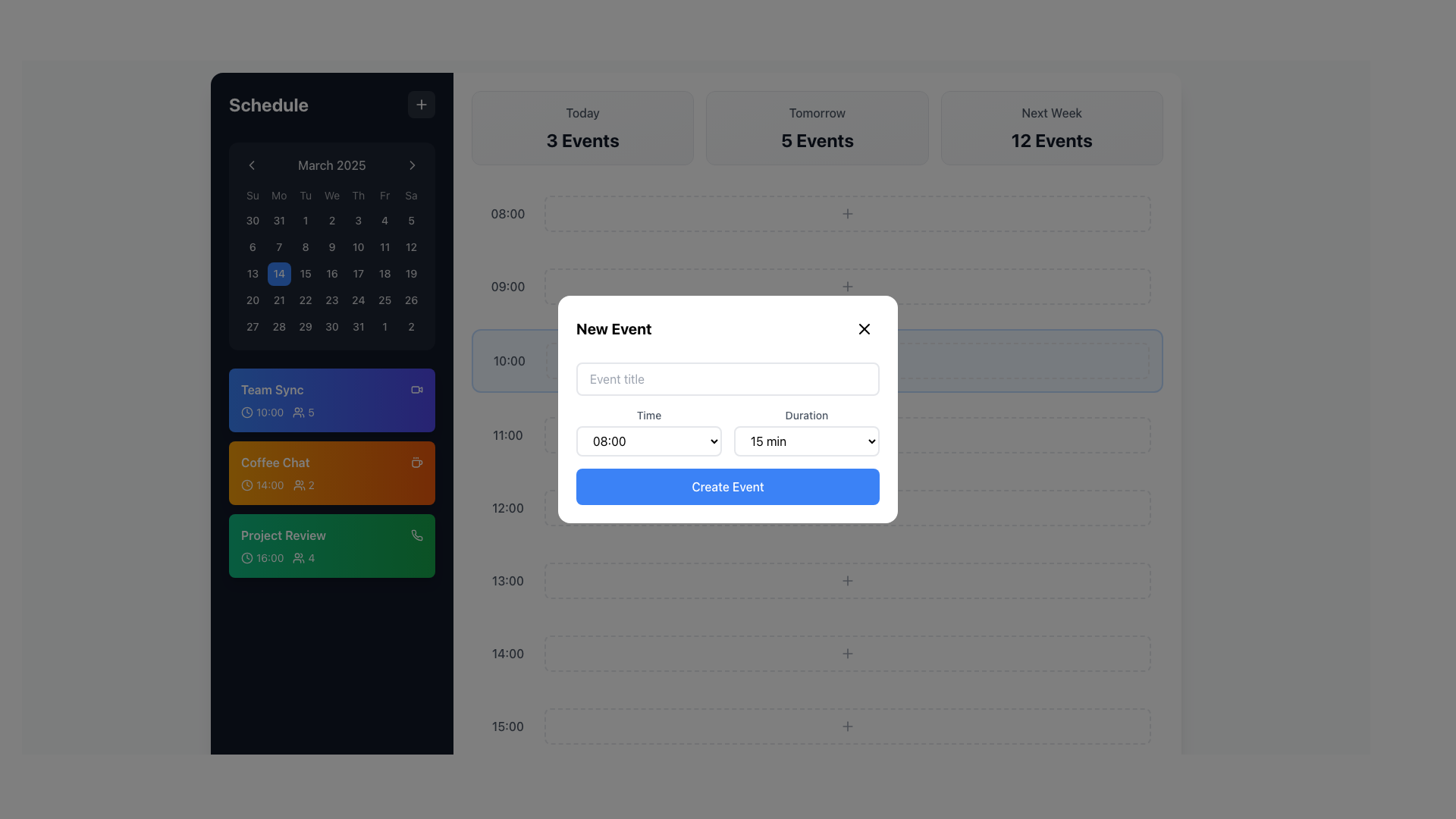  I want to click on the small, centered, black 'X' icon in the top-right corner of the 'New Event' modal, so click(864, 328).